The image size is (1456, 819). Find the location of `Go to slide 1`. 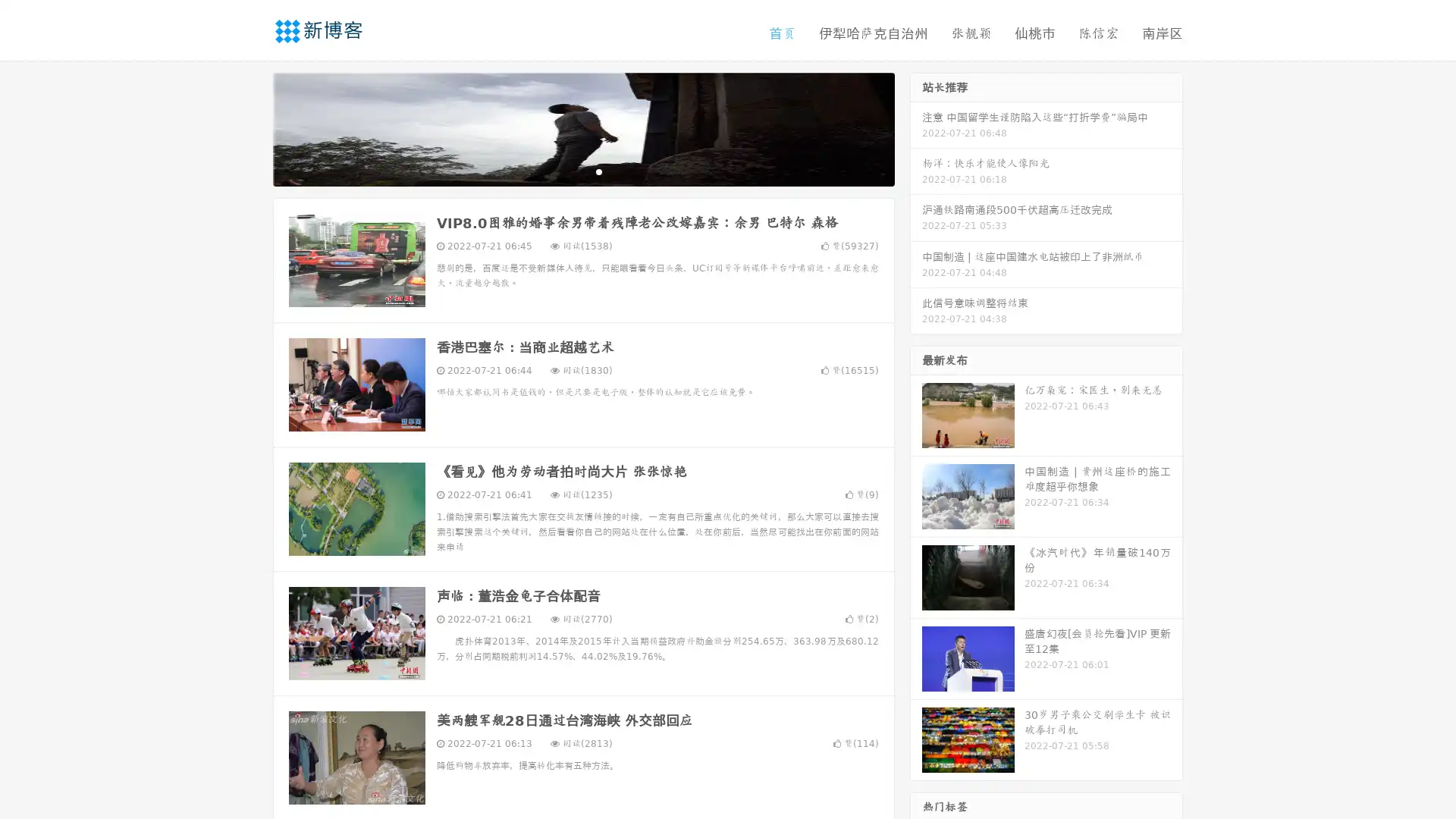

Go to slide 1 is located at coordinates (567, 171).